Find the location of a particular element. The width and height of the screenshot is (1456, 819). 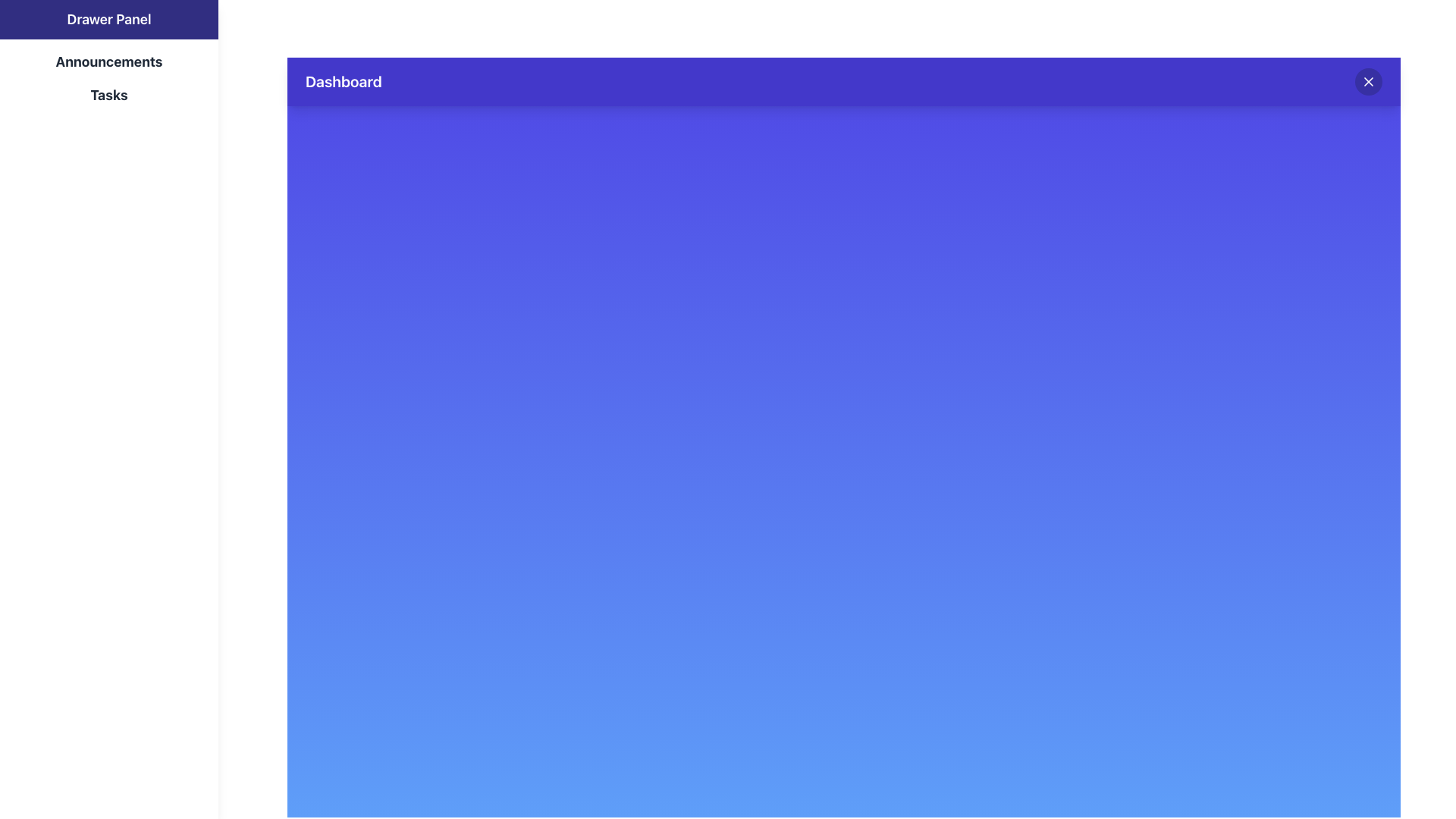

the close icon in the rounded button located at the top-right corner of the header section is located at coordinates (1368, 82).